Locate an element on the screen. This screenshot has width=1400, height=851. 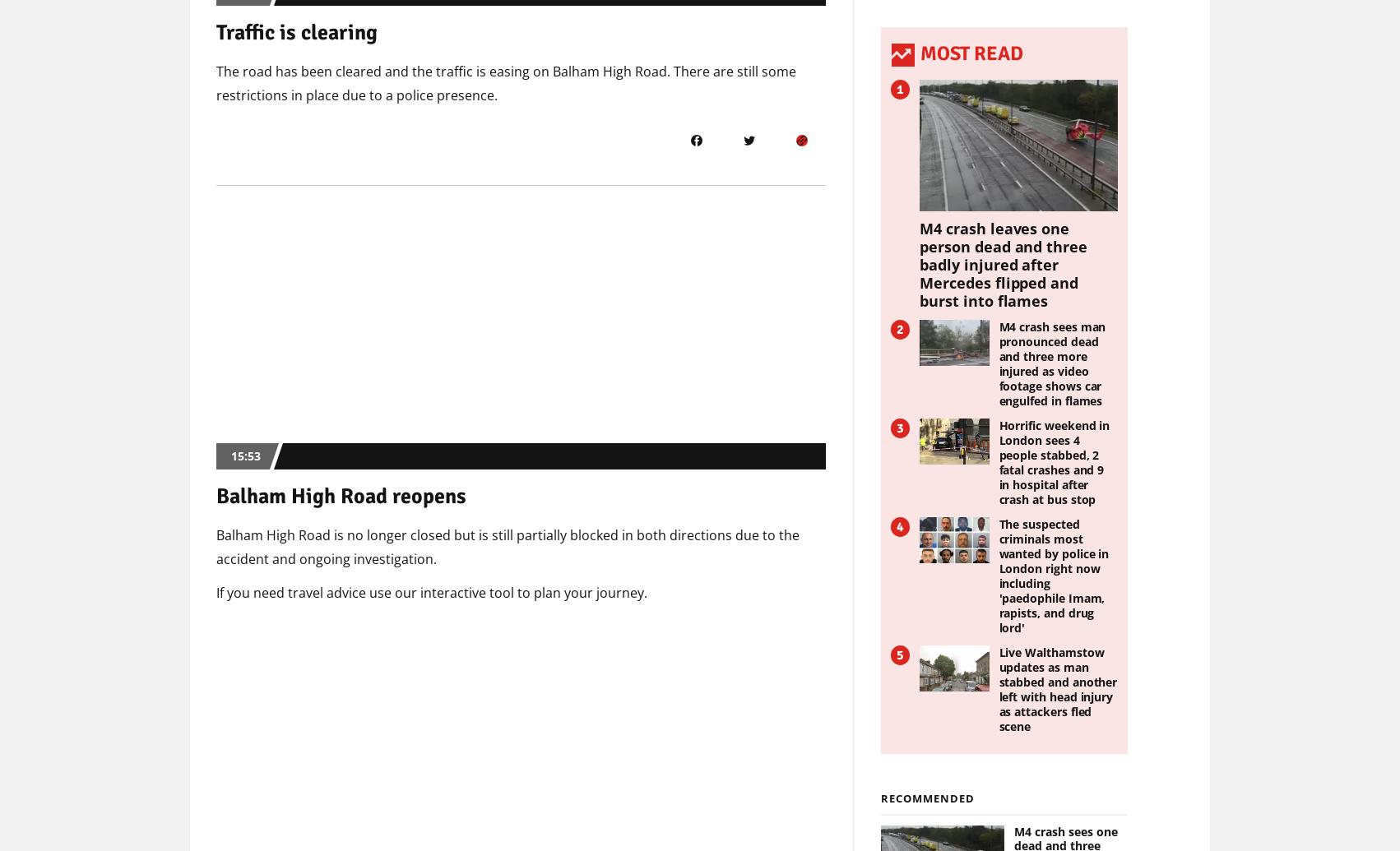
'4' is located at coordinates (894, 525).